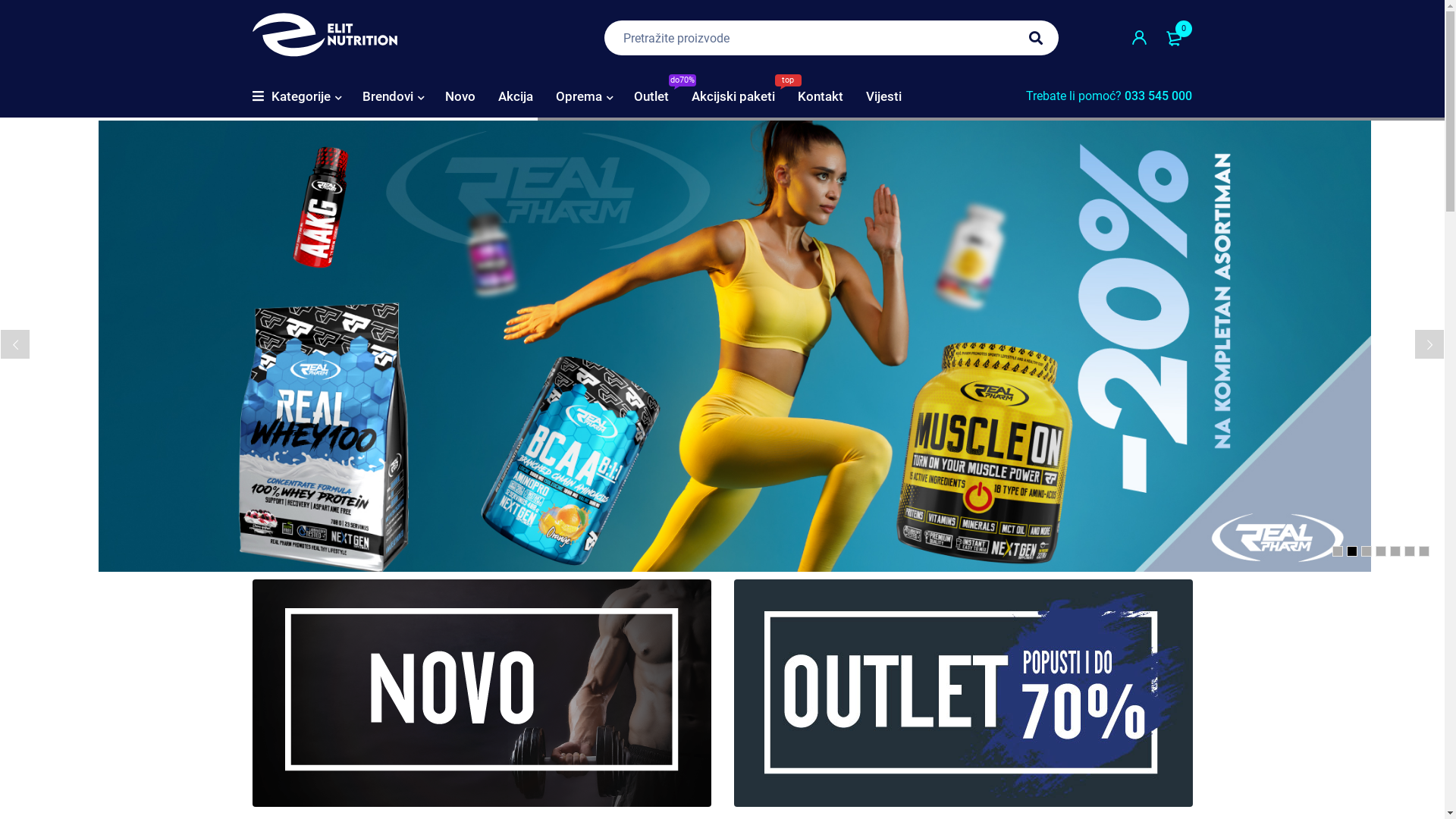 The height and width of the screenshot is (819, 1456). What do you see at coordinates (691, 96) in the screenshot?
I see `'Akcijski paketi` at bounding box center [691, 96].